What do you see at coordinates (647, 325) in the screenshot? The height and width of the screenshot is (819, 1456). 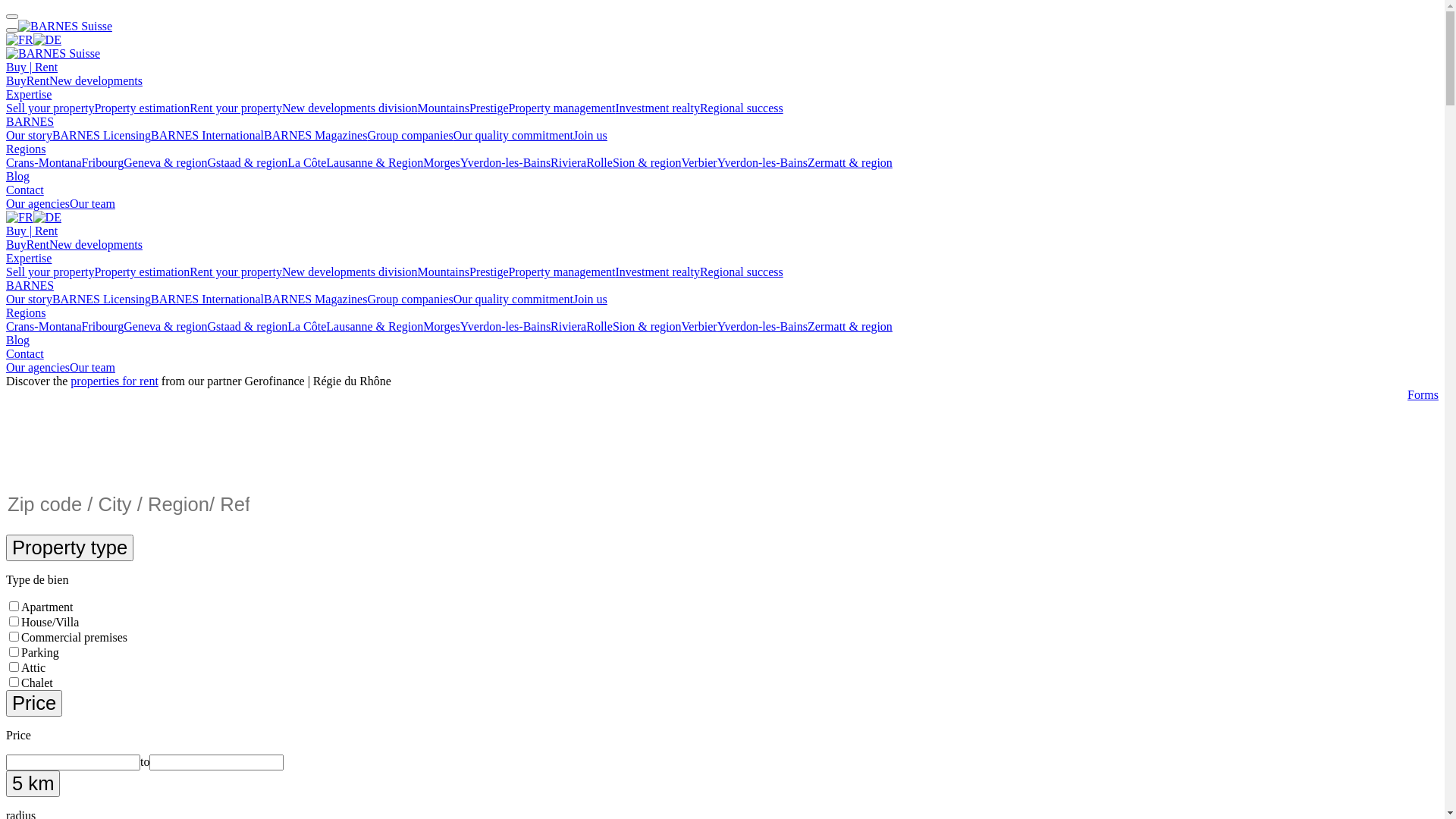 I see `'Sion & region'` at bounding box center [647, 325].